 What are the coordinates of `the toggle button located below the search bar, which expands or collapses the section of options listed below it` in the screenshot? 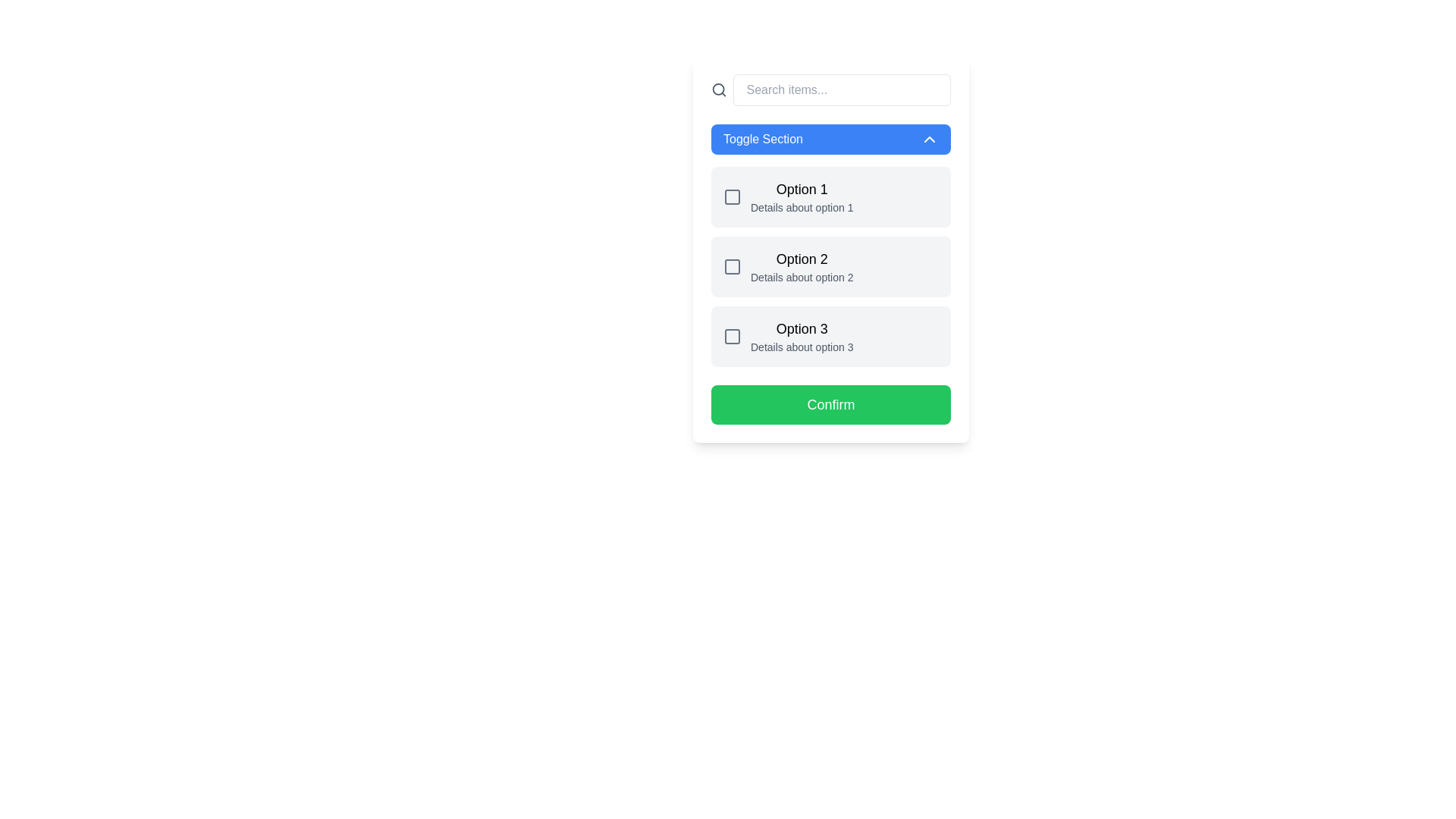 It's located at (830, 140).